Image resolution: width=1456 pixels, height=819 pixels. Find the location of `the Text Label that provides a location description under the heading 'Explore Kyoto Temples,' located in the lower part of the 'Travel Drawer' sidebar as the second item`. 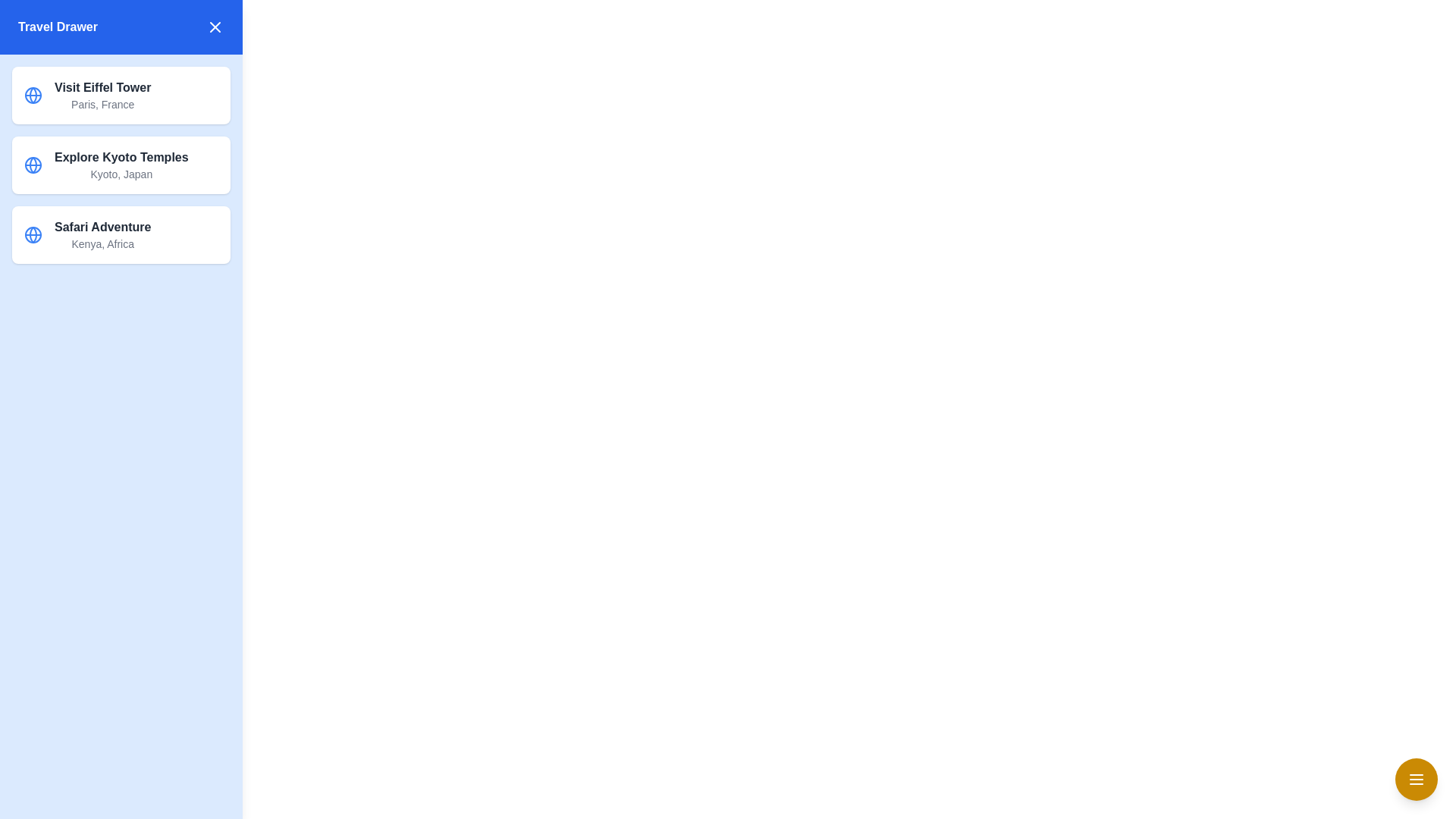

the Text Label that provides a location description under the heading 'Explore Kyoto Temples,' located in the lower part of the 'Travel Drawer' sidebar as the second item is located at coordinates (121, 174).